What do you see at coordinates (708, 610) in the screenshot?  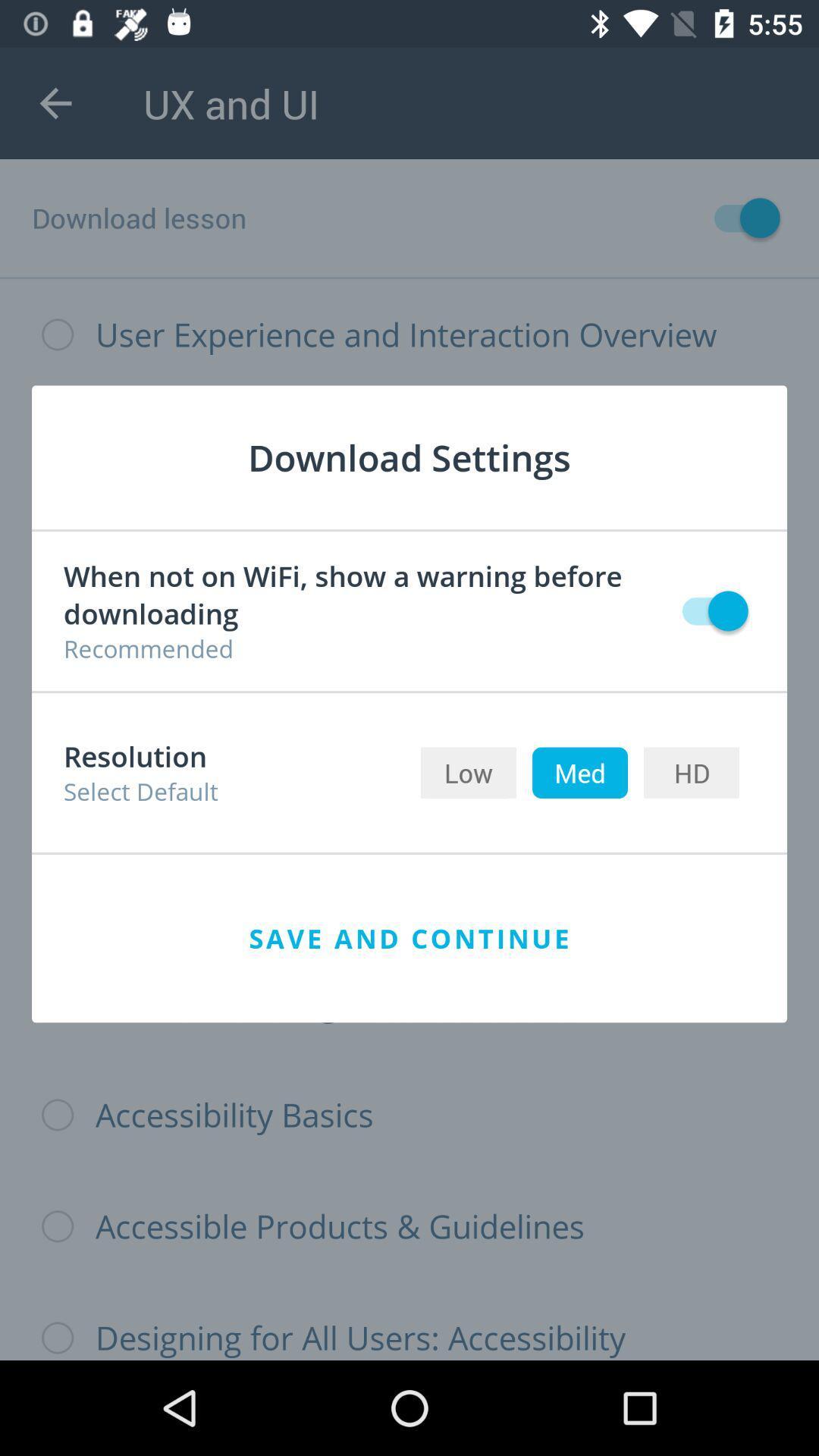 I see `deselect setting` at bounding box center [708, 610].